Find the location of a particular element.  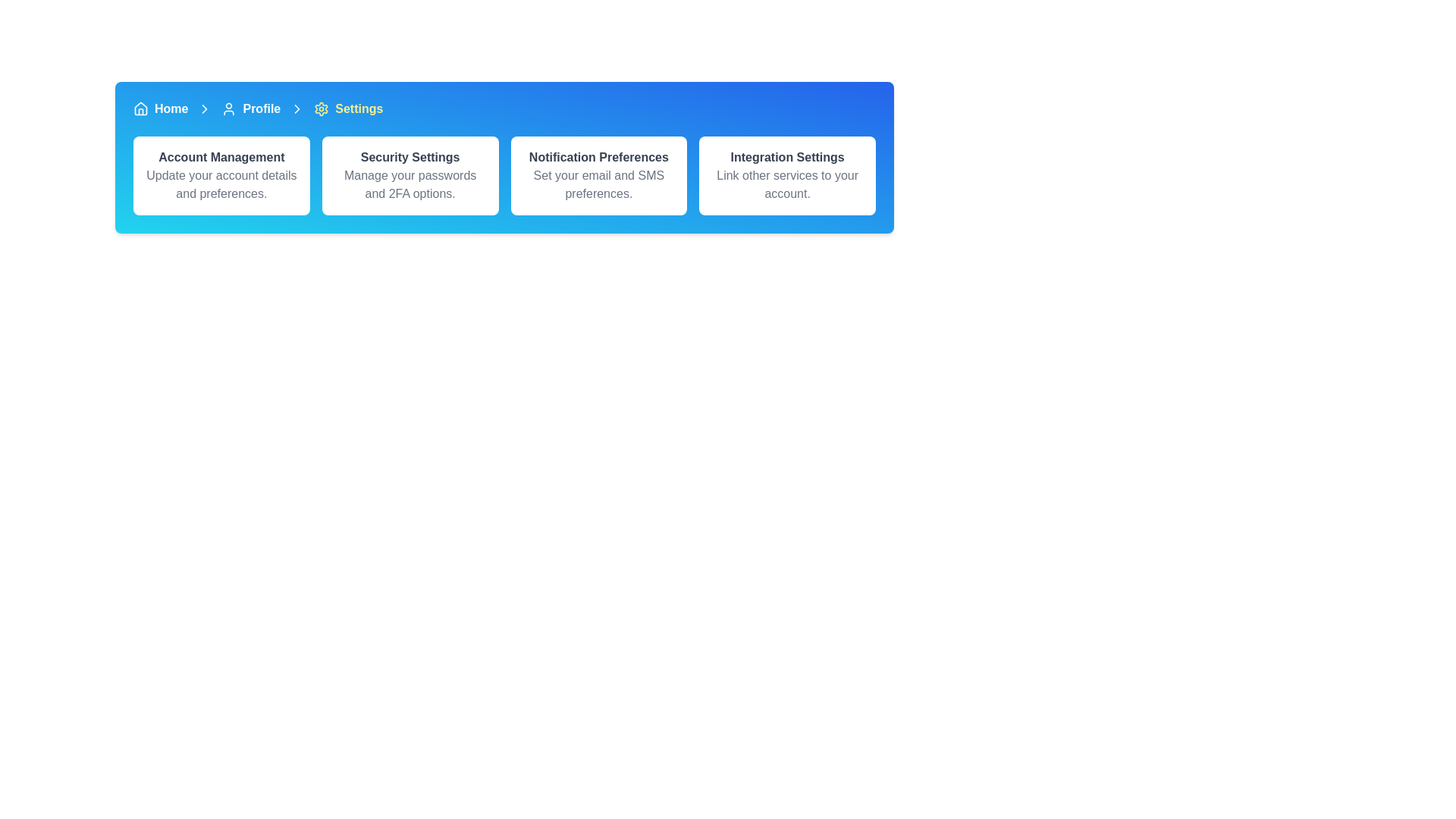

the informational box that summarizes notification settings options is located at coordinates (598, 174).